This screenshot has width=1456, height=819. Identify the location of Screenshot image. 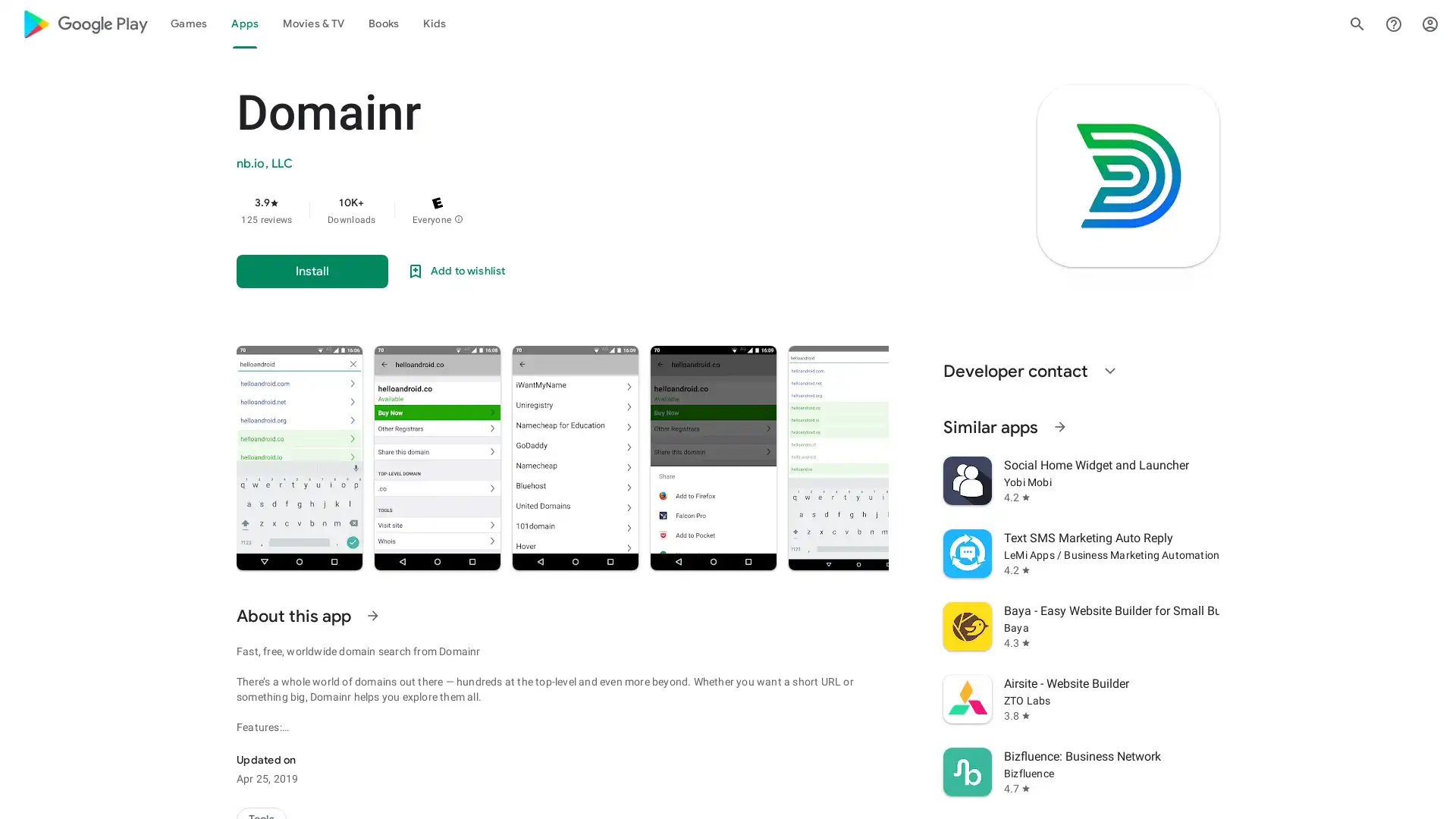
(574, 457).